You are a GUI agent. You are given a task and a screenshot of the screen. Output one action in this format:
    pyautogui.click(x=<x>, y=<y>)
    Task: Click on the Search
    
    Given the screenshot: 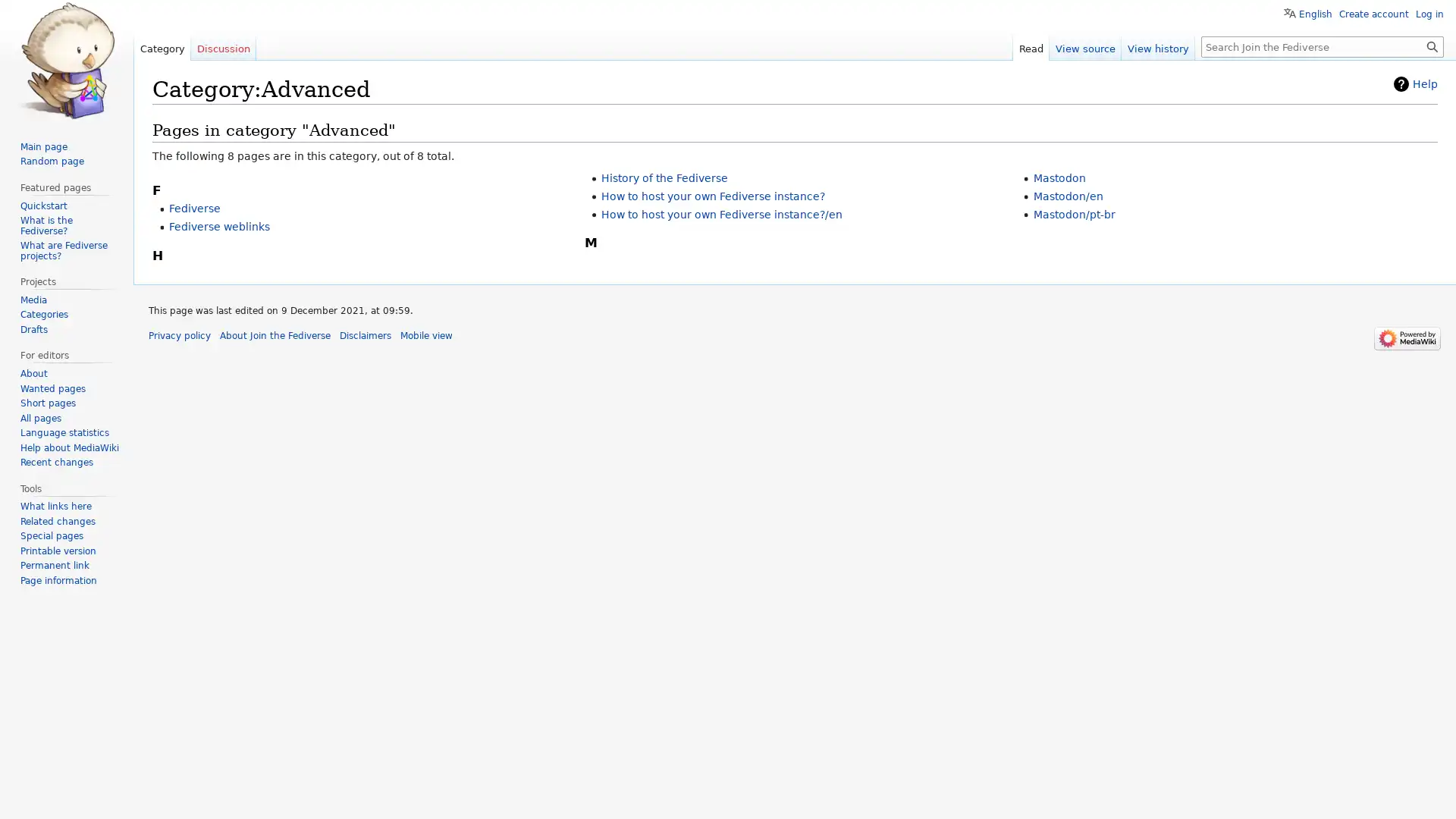 What is the action you would take?
    pyautogui.click(x=1432, y=45)
    